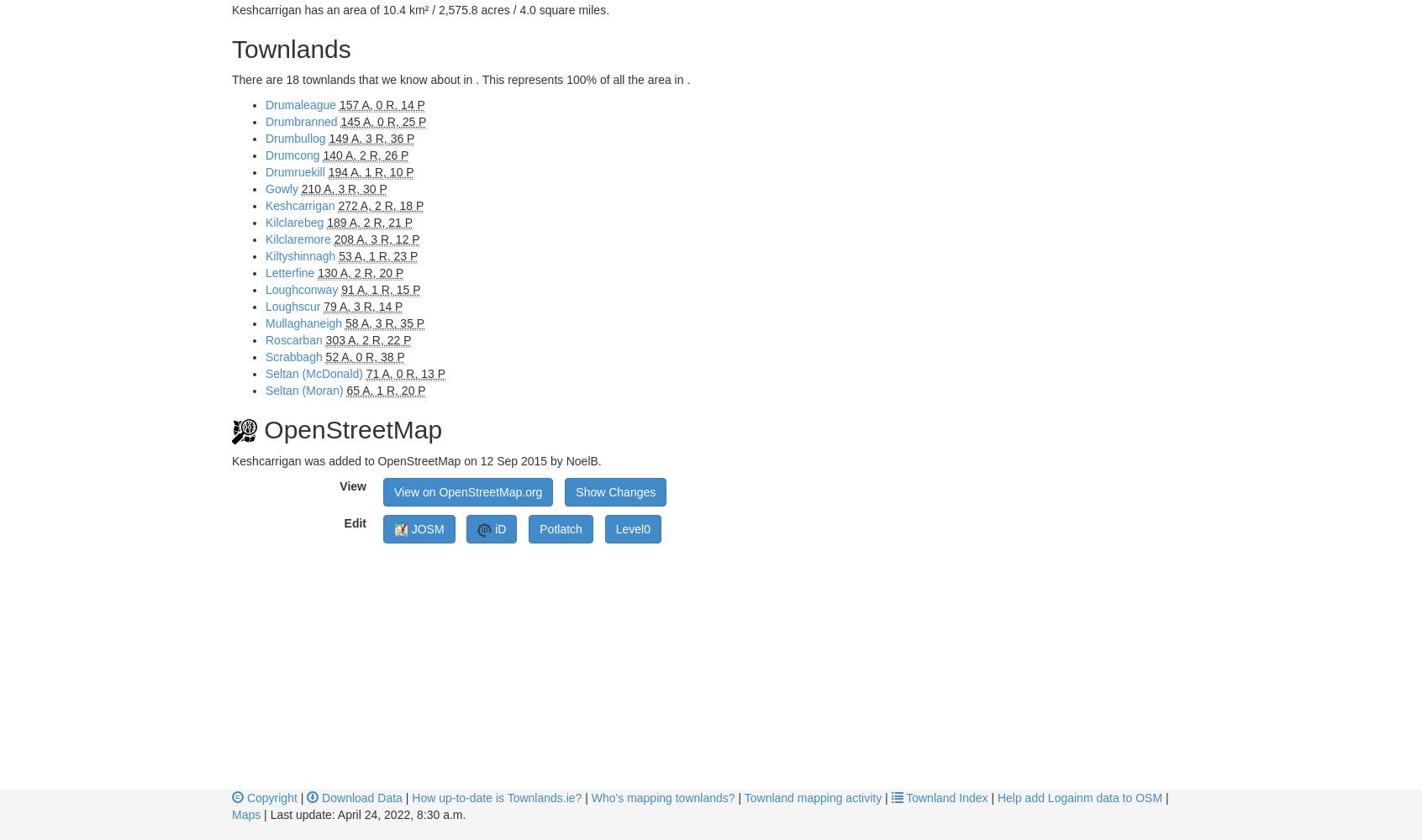 The width and height of the screenshot is (1422, 840). Describe the element at coordinates (265, 239) in the screenshot. I see `'Kilclaremore'` at that location.